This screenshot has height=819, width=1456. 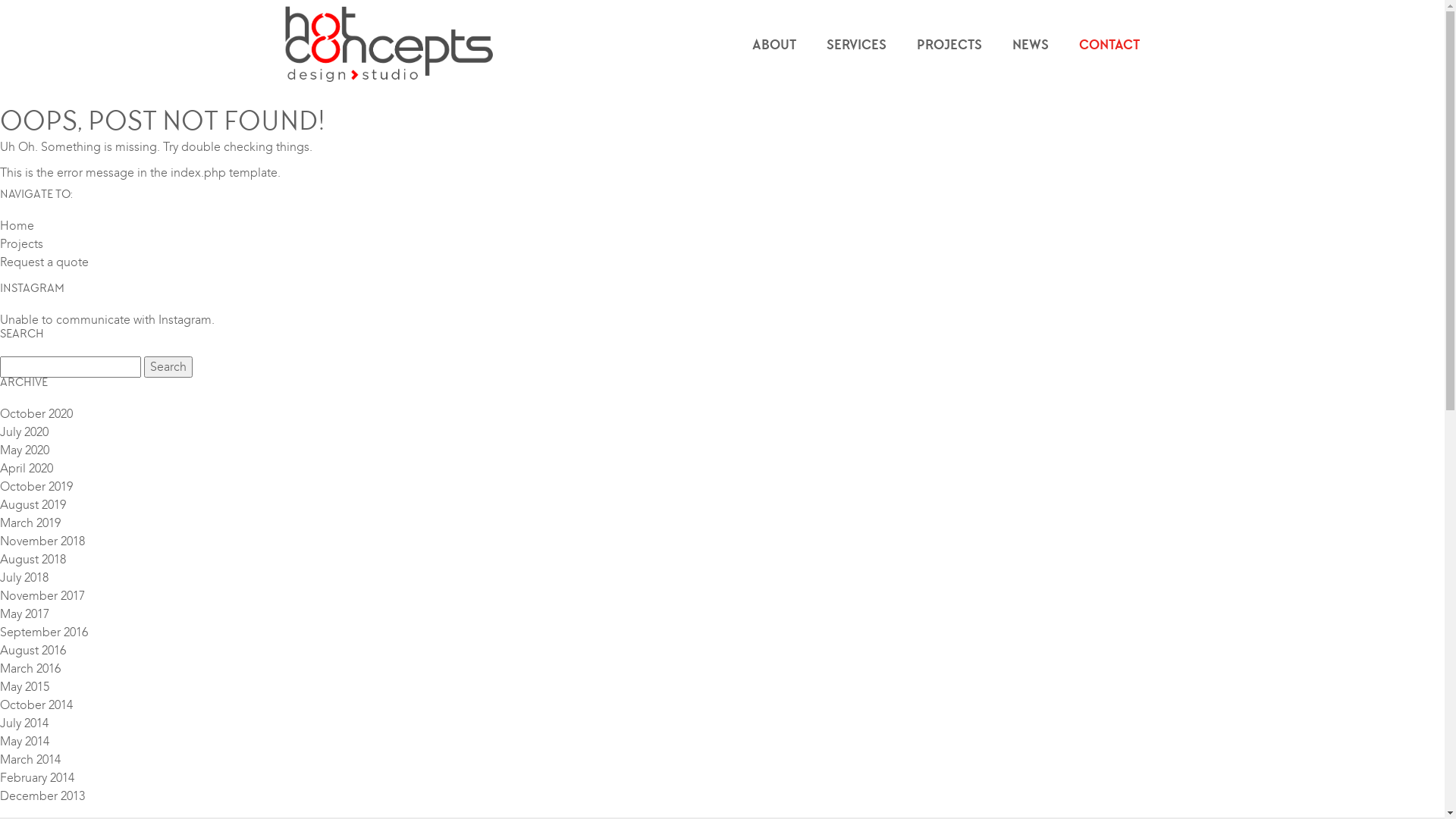 What do you see at coordinates (36, 778) in the screenshot?
I see `'February 2014'` at bounding box center [36, 778].